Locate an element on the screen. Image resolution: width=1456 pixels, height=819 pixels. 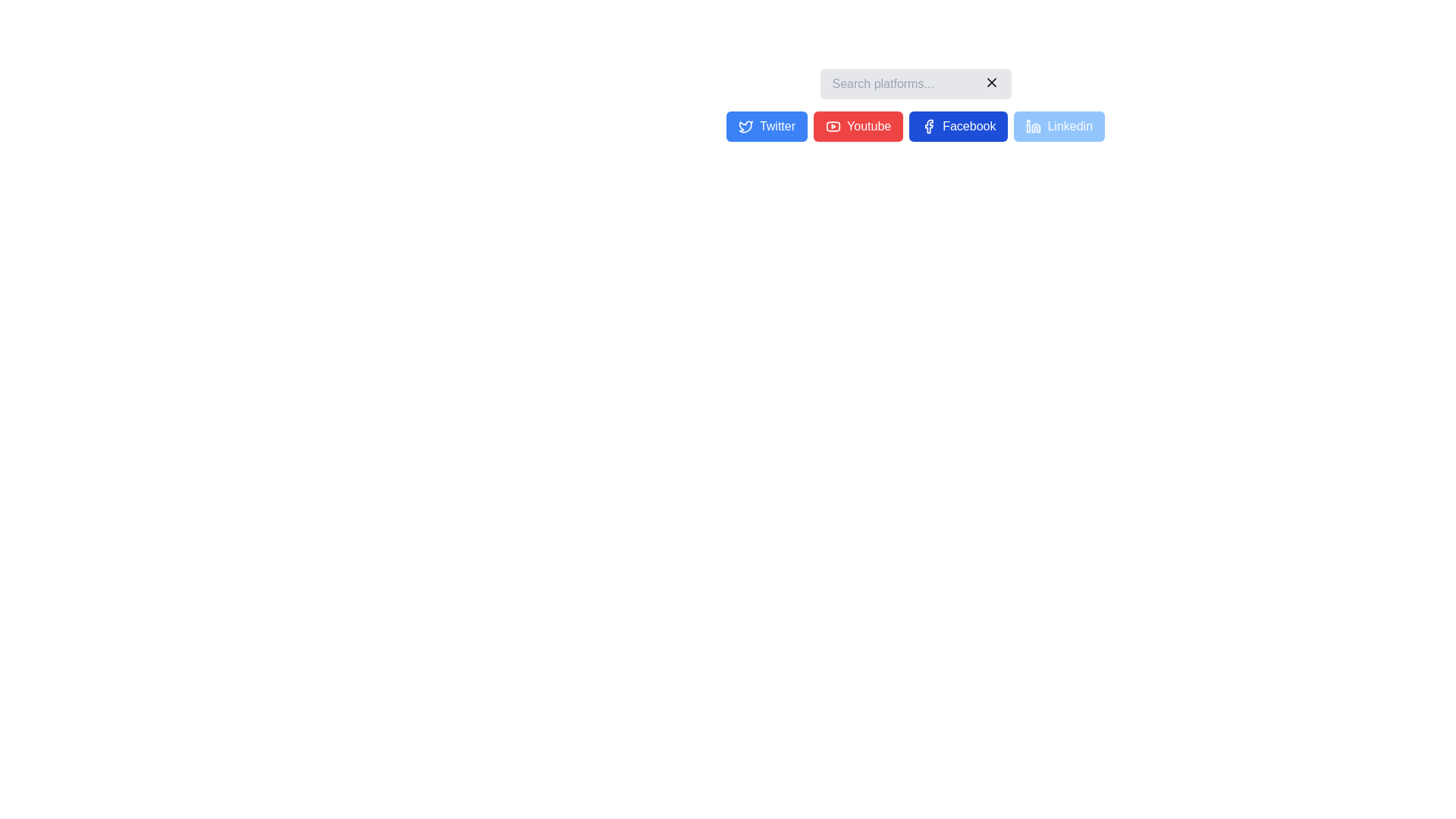
the Twitter icon, which is a blue outlined bird silhouette on a white background, located inside a button labeled 'Twitter' is located at coordinates (745, 125).